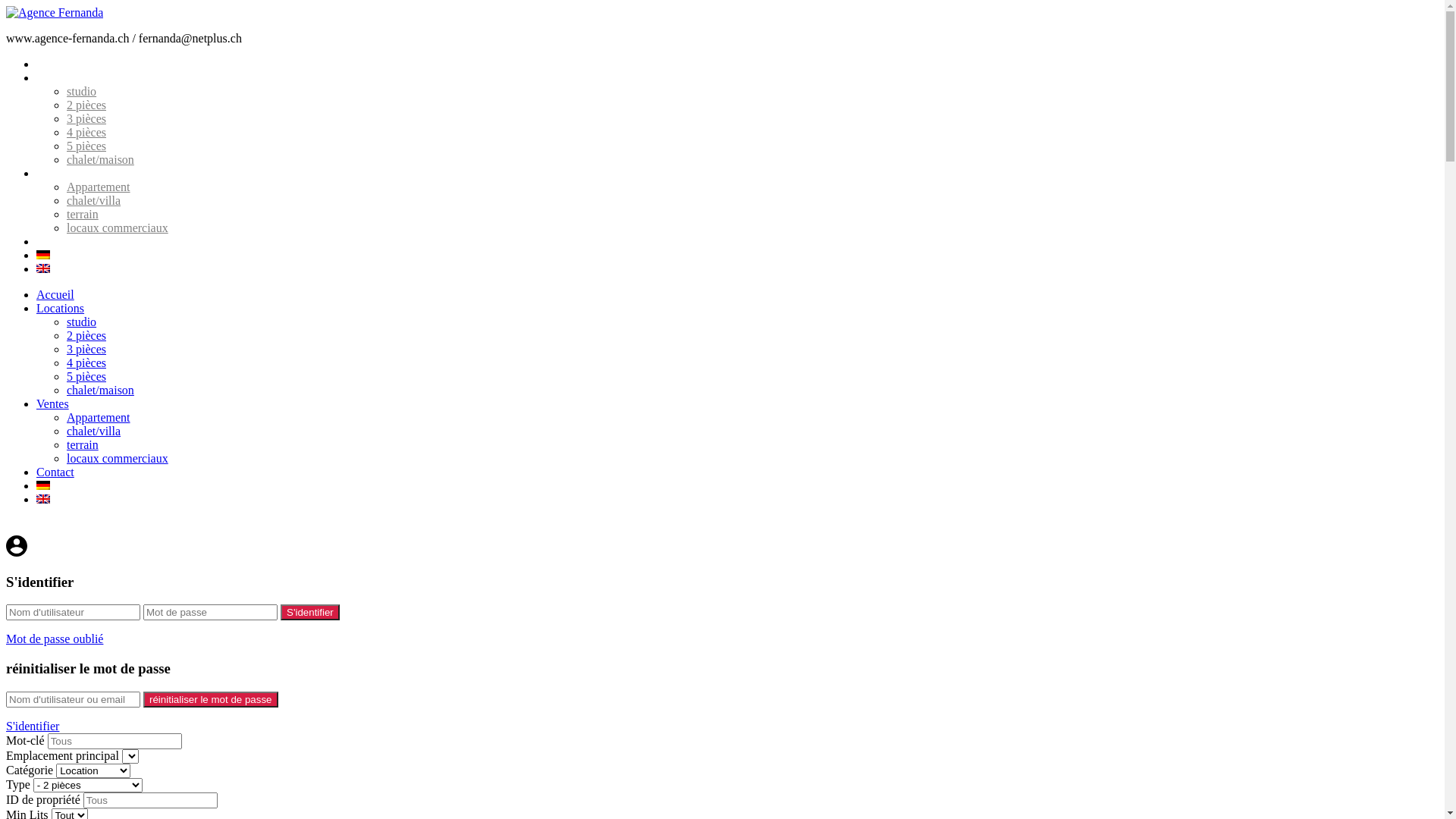 The width and height of the screenshot is (1456, 819). I want to click on 'chalet/villa', so click(93, 199).